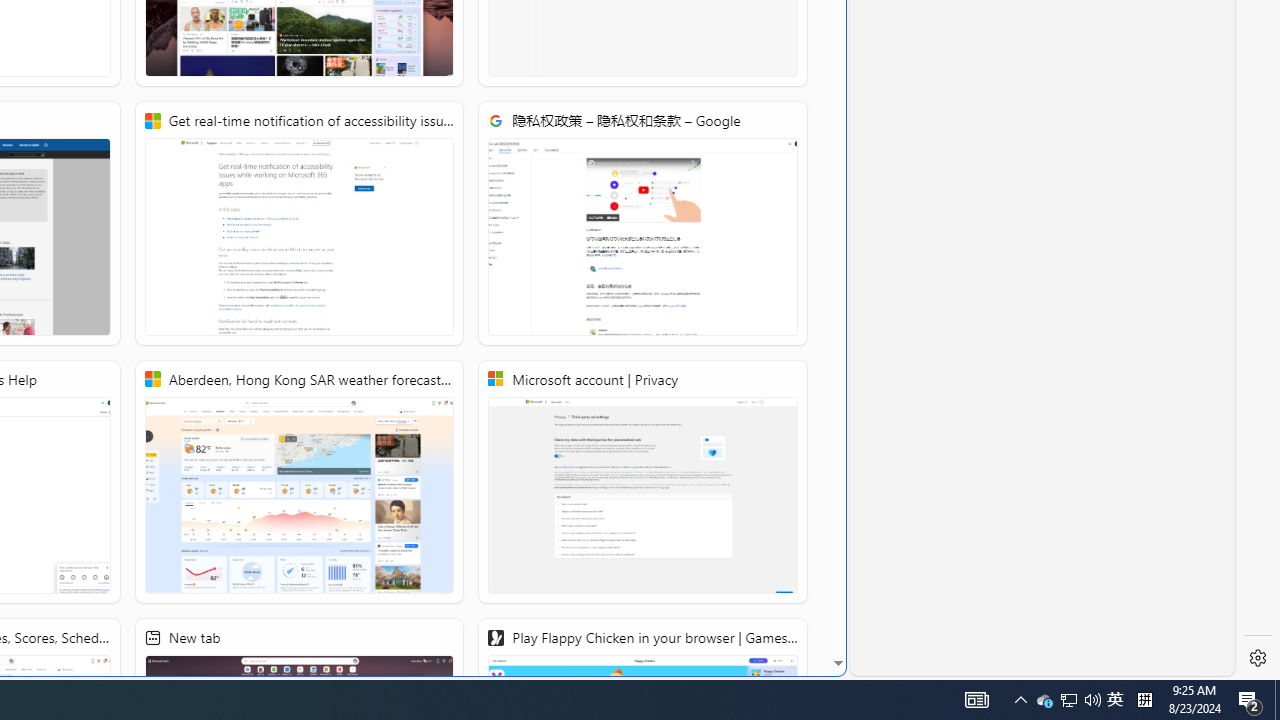 The image size is (1280, 720). I want to click on 'Aberdeen, Hong Kong SAR weather forecast | Microsoft Weather', so click(297, 482).